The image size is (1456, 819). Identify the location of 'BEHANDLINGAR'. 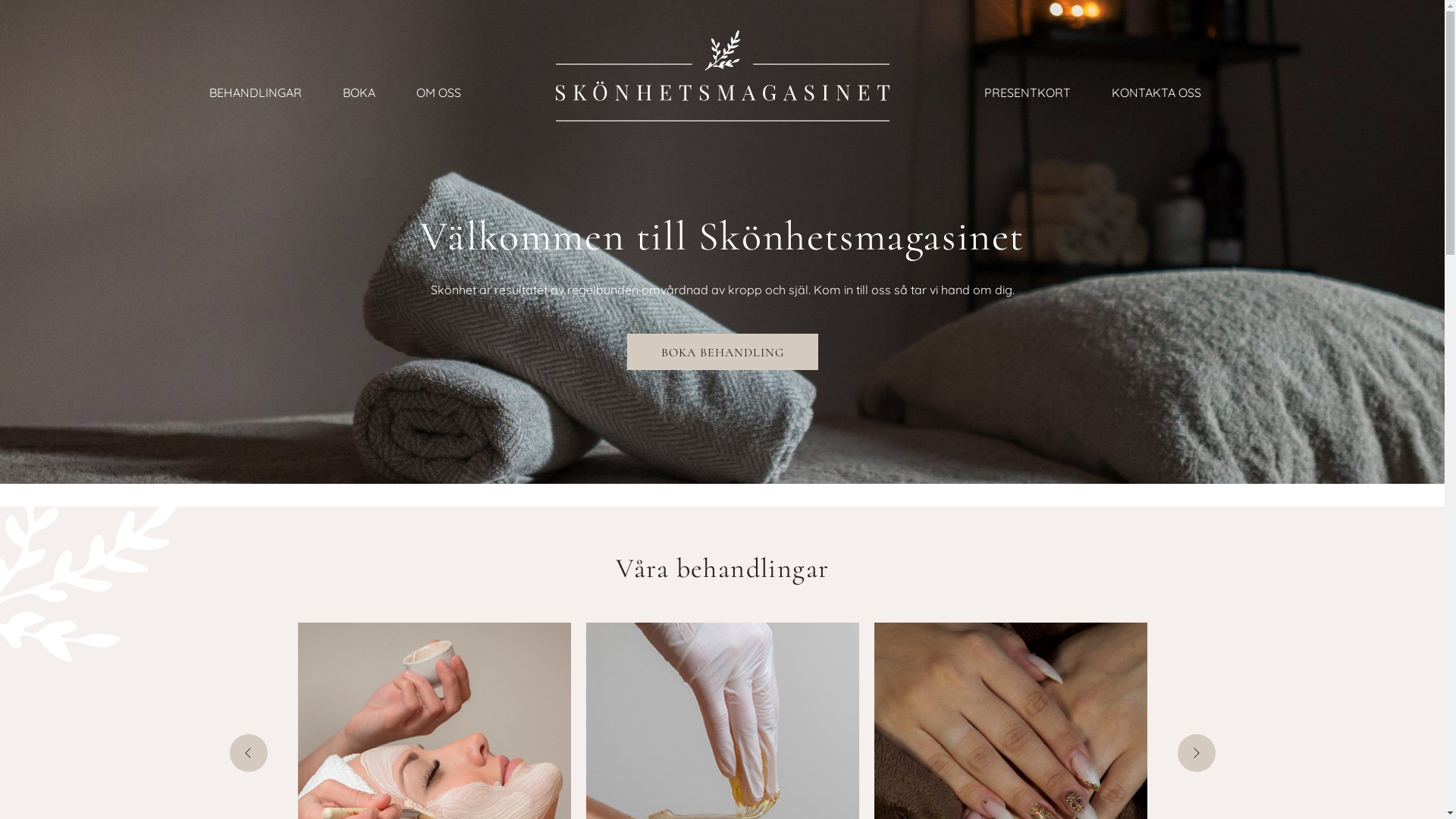
(255, 94).